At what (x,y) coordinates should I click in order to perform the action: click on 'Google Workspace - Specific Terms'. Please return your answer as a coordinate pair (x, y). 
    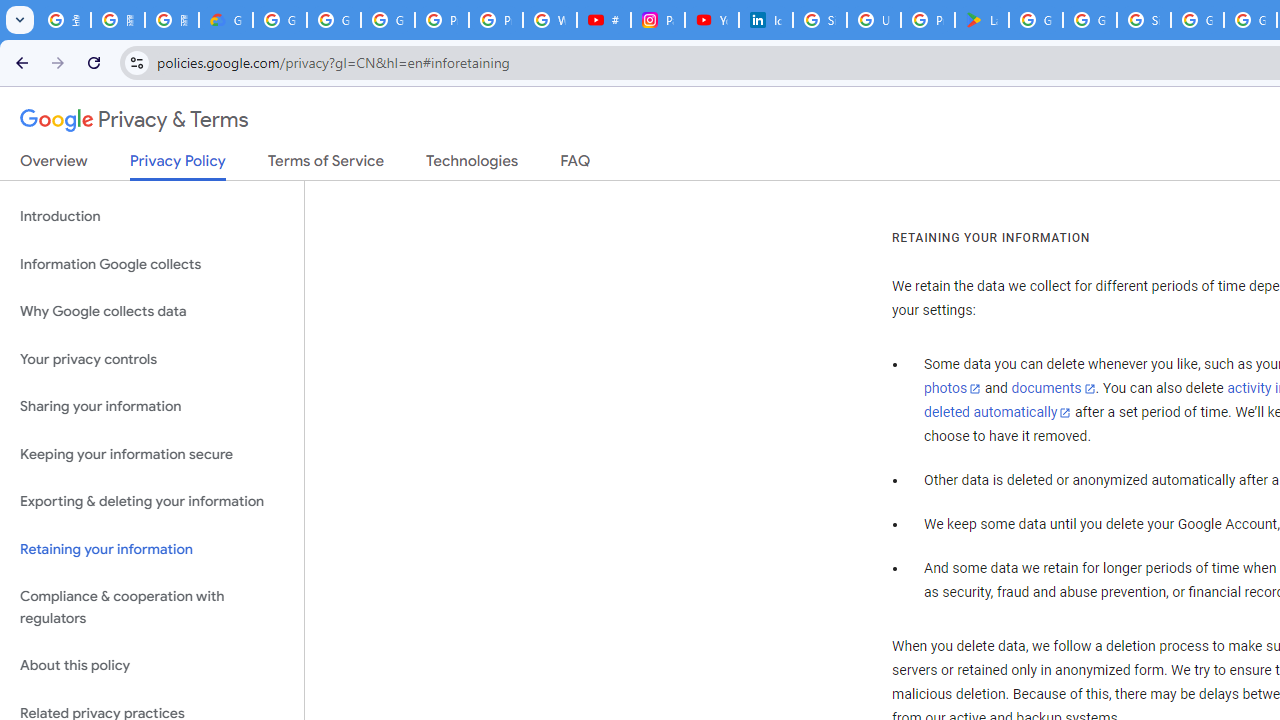
    Looking at the image, I should click on (1088, 20).